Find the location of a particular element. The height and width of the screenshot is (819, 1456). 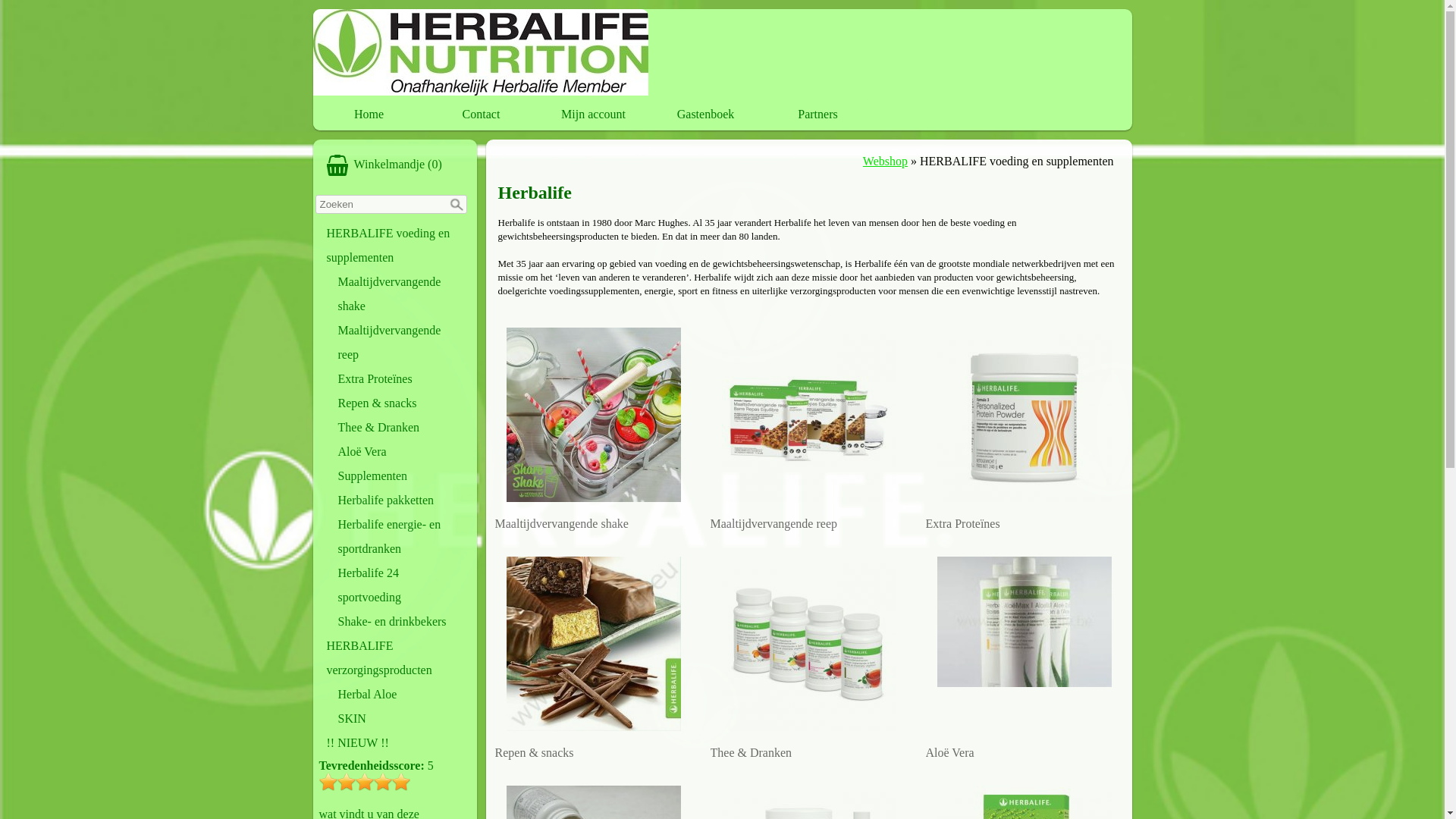

'Partners' is located at coordinates (817, 113).